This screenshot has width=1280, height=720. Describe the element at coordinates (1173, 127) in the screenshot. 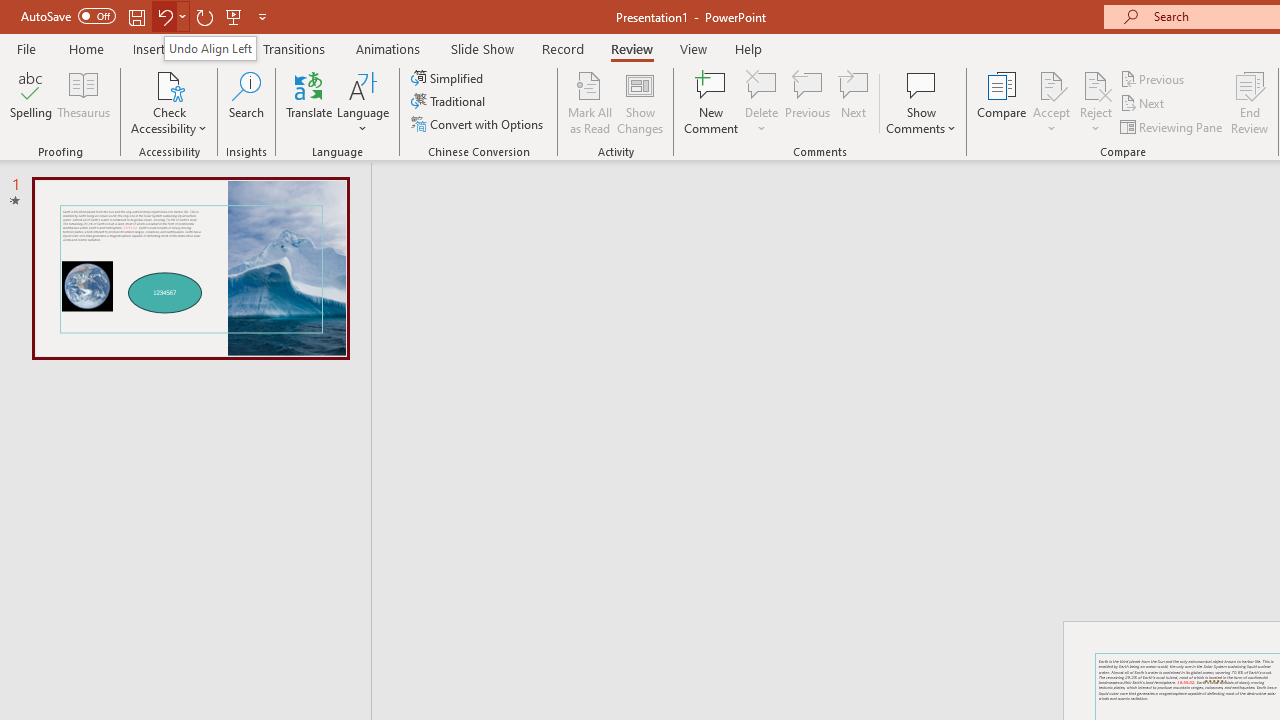

I see `'Reviewing Pane'` at that location.